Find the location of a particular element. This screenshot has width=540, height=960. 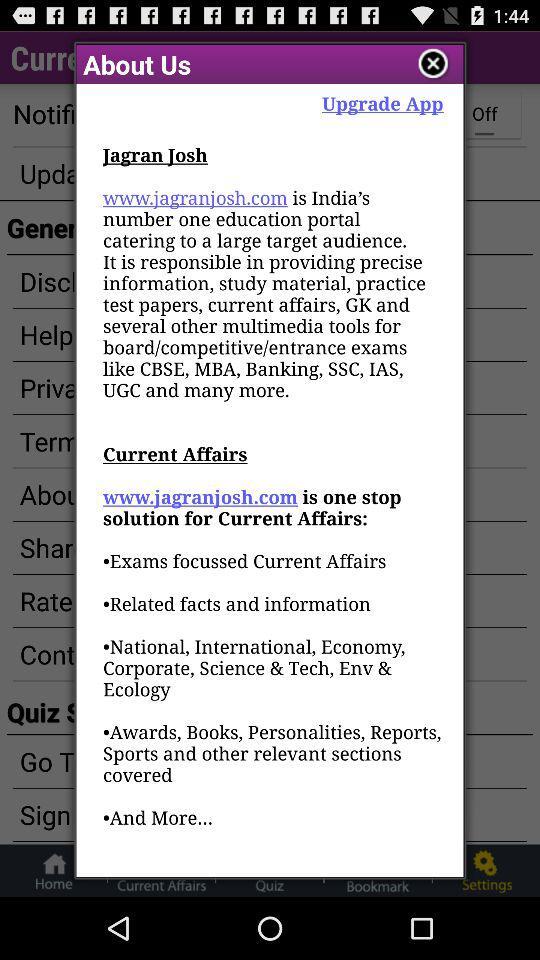

upgrade app icon is located at coordinates (382, 103).